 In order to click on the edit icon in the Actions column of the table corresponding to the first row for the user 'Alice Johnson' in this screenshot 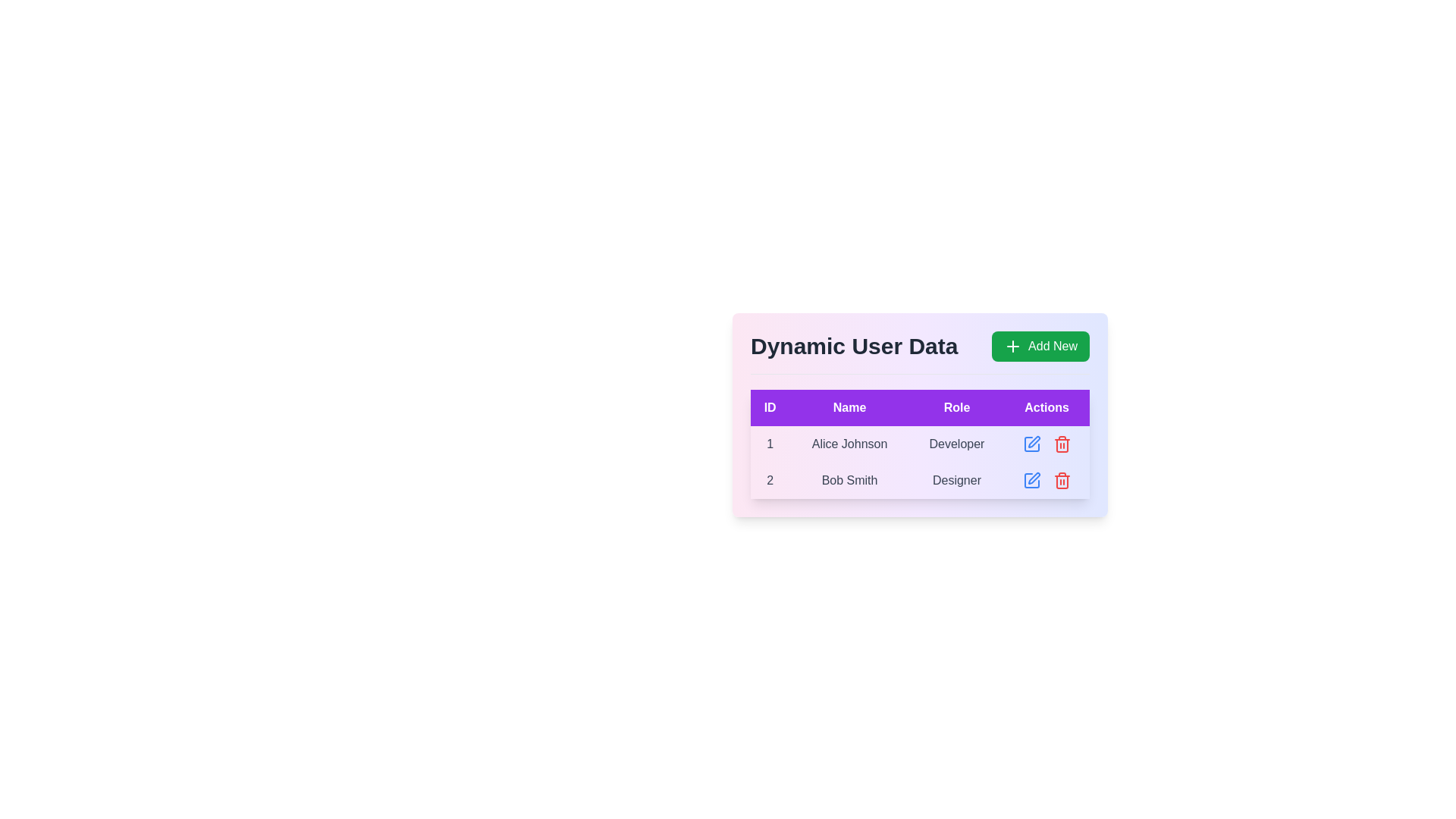, I will do `click(1033, 479)`.